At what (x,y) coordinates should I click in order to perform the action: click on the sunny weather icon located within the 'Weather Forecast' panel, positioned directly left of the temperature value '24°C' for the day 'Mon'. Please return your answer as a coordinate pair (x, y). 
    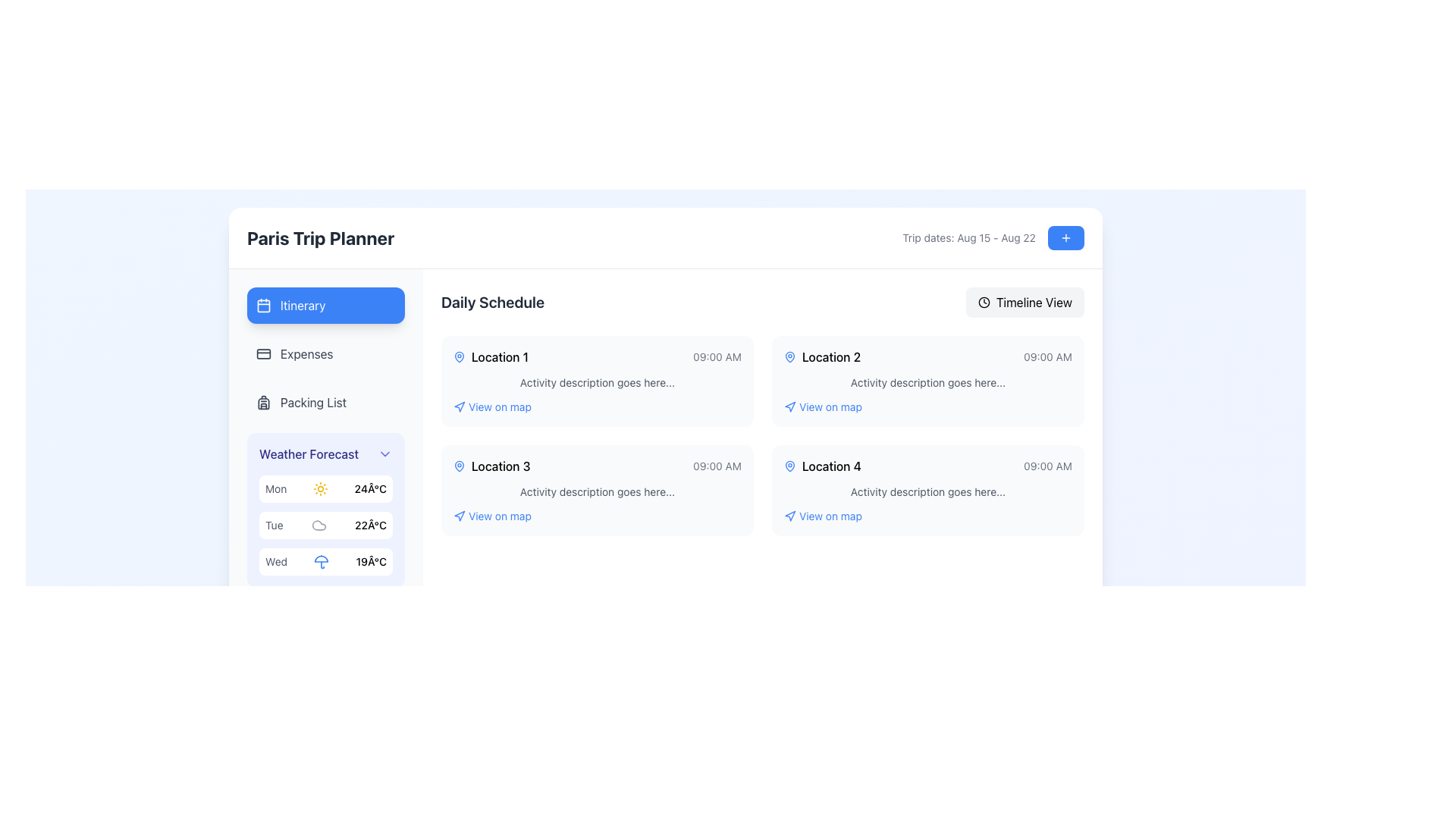
    Looking at the image, I should click on (319, 488).